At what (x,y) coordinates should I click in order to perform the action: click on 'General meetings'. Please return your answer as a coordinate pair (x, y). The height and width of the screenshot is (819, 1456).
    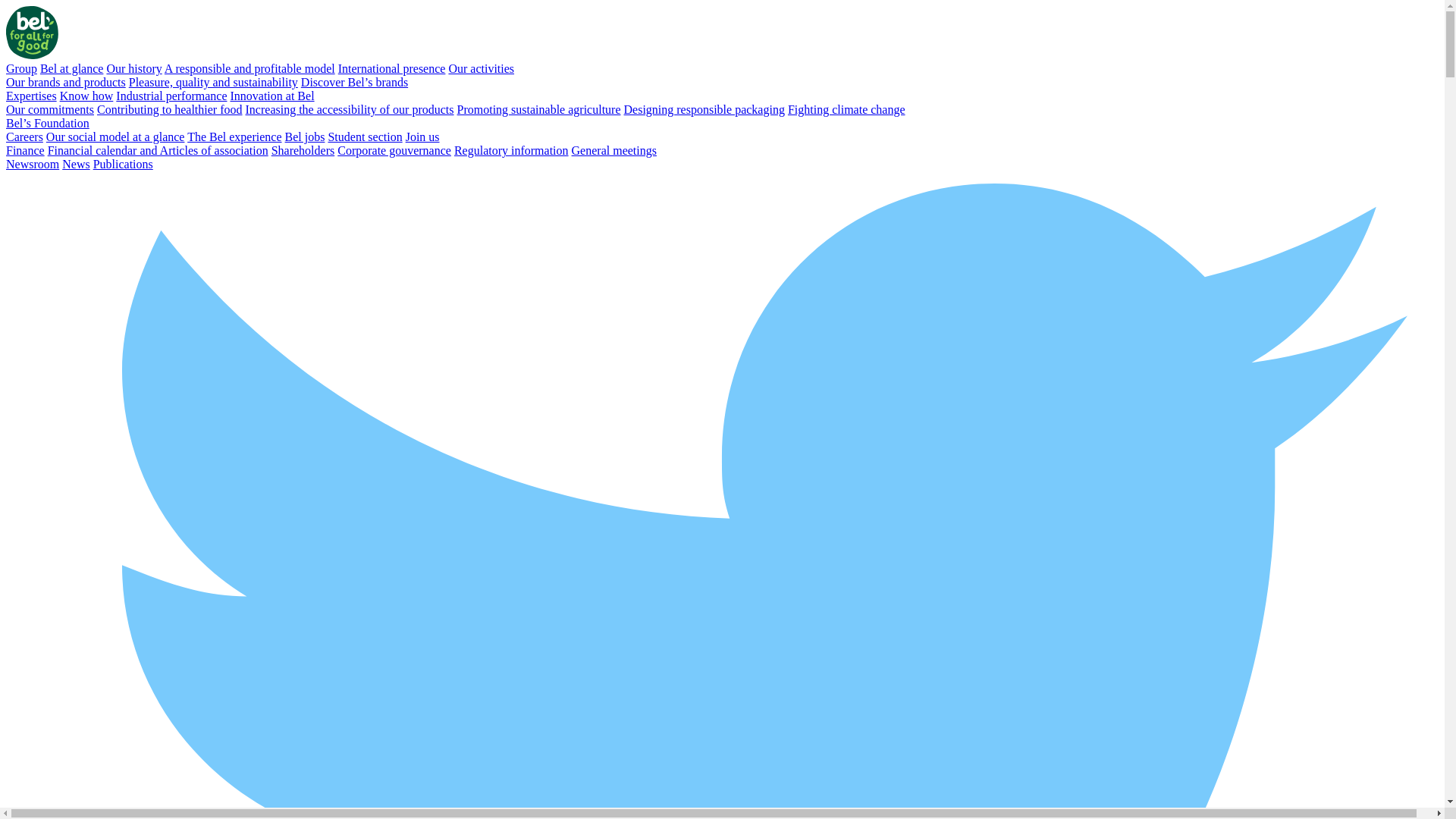
    Looking at the image, I should click on (614, 150).